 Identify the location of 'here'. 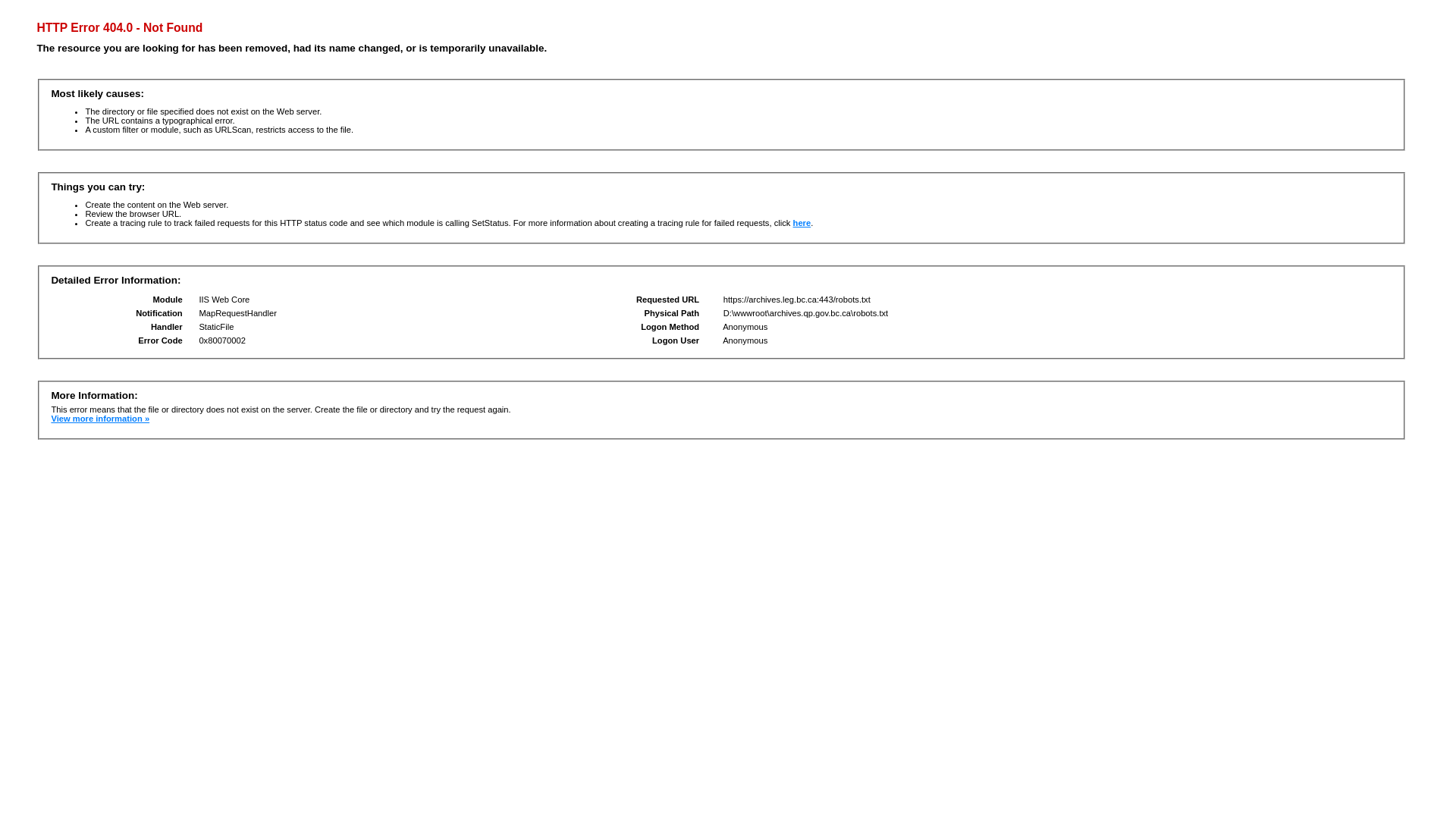
(801, 222).